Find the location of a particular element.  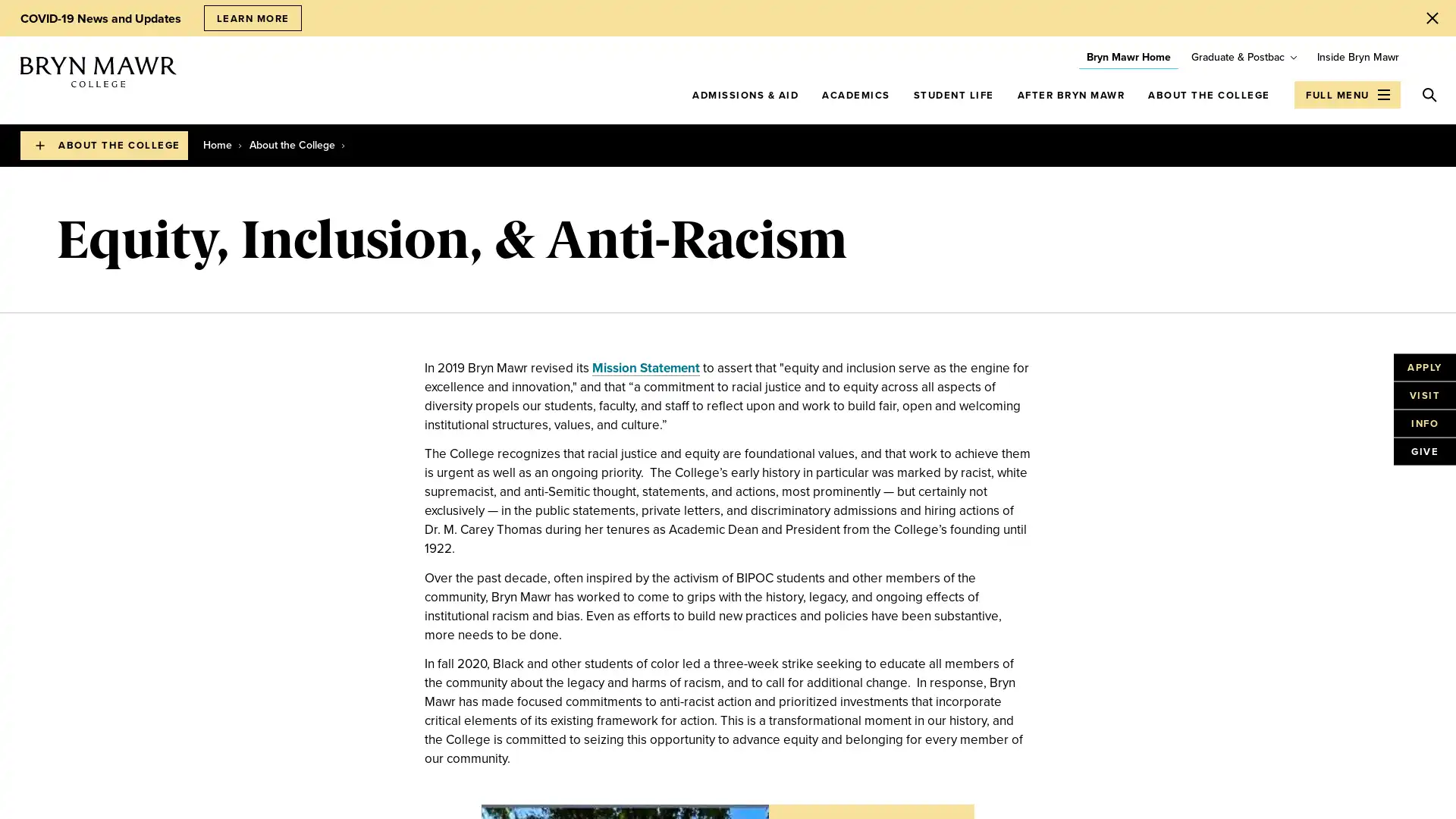

Close Alert is located at coordinates (1432, 17).